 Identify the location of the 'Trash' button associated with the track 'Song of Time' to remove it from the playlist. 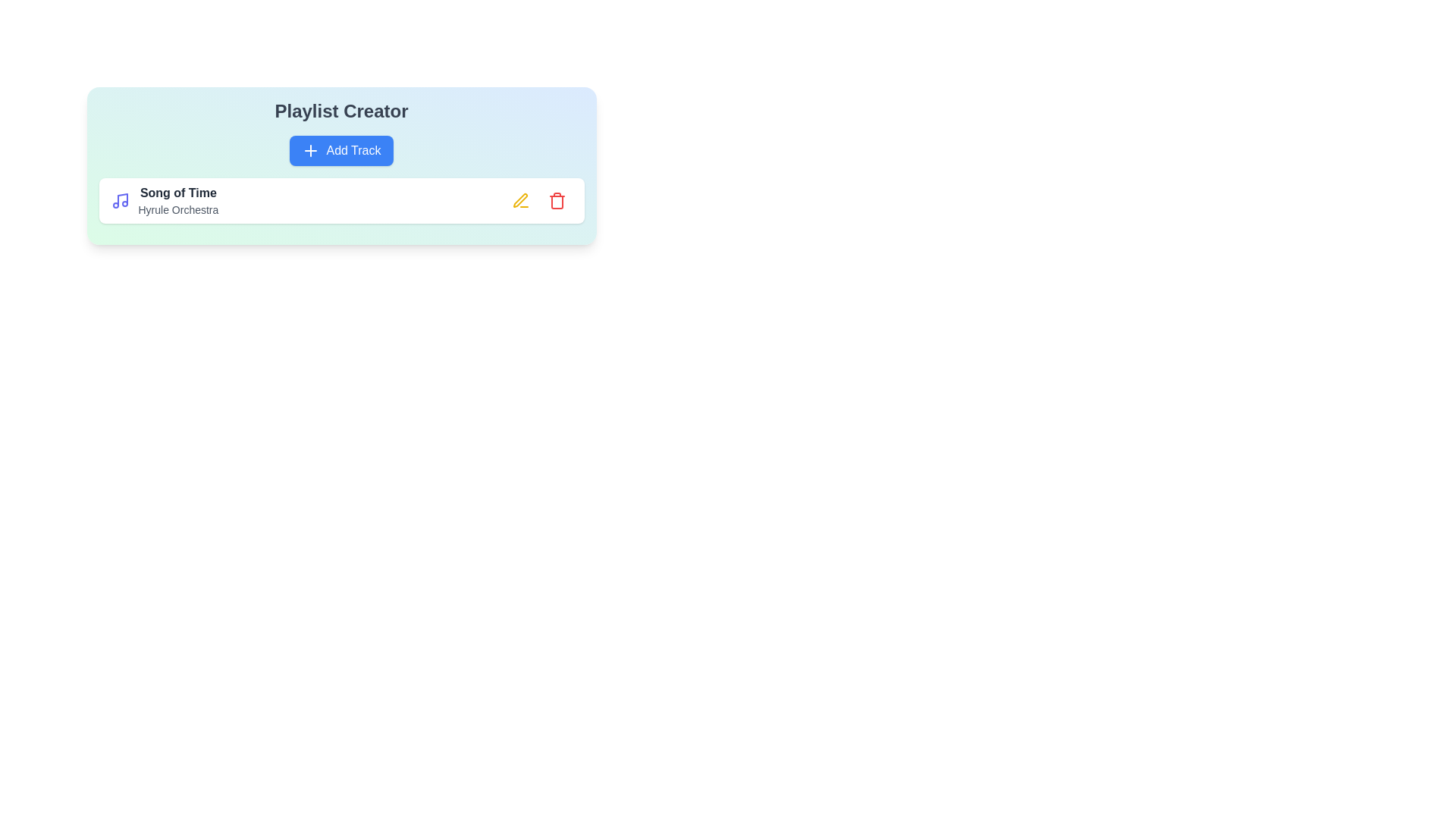
(556, 200).